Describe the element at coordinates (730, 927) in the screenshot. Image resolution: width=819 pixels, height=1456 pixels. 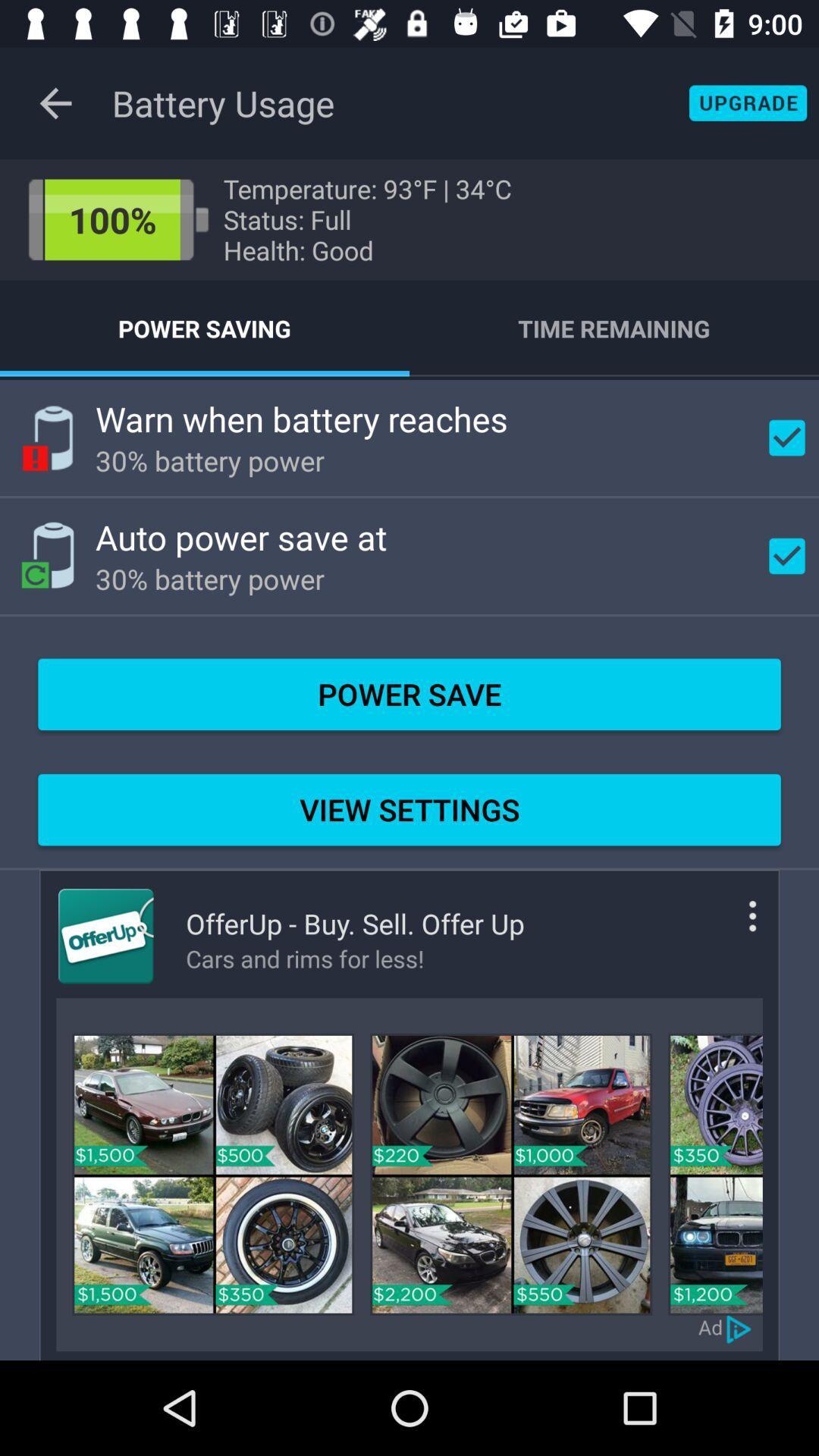
I see `the icon to the right of offerup buy sell` at that location.